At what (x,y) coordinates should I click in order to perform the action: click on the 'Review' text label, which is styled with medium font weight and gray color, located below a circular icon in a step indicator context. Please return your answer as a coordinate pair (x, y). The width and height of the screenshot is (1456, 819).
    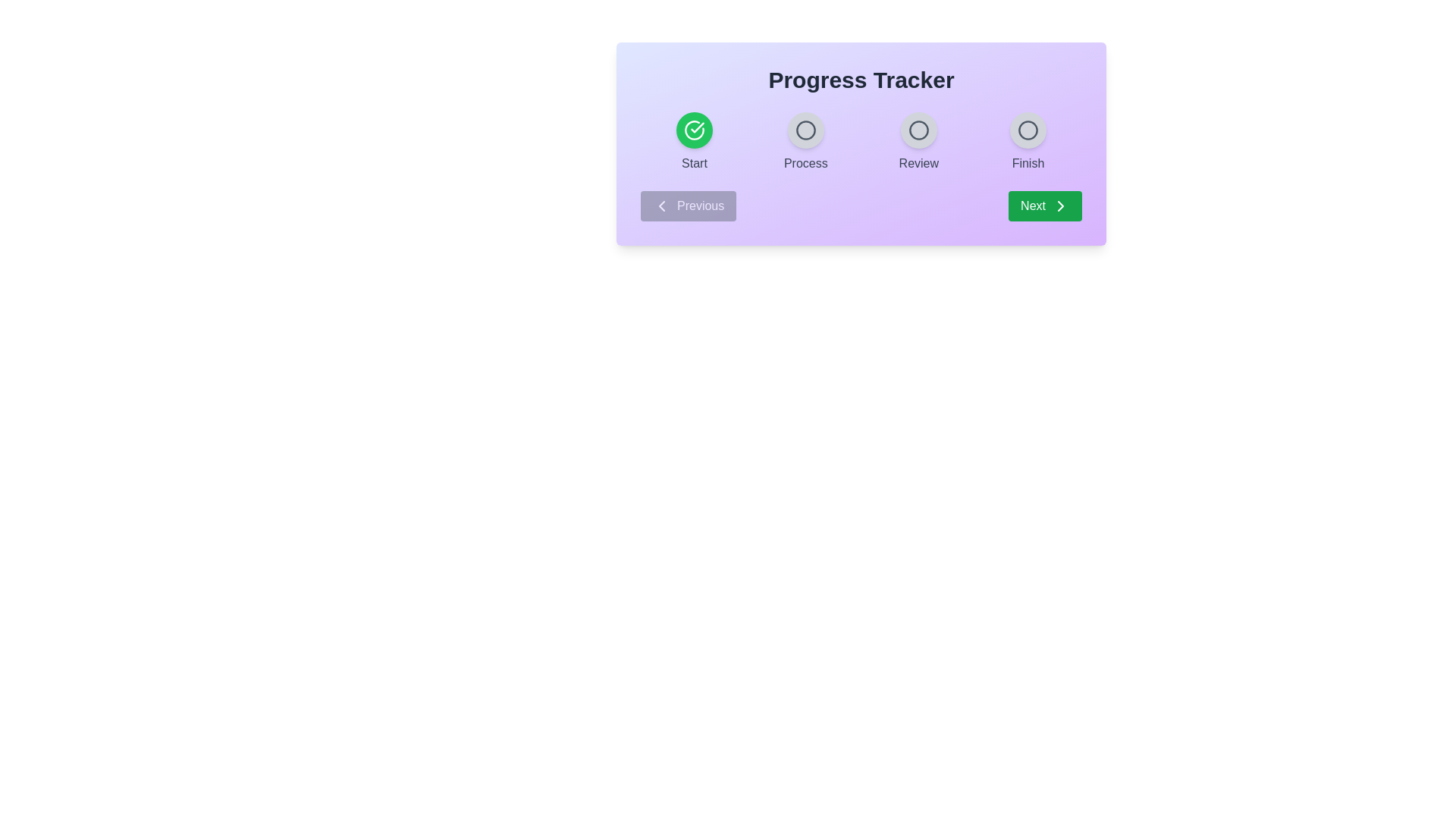
    Looking at the image, I should click on (918, 164).